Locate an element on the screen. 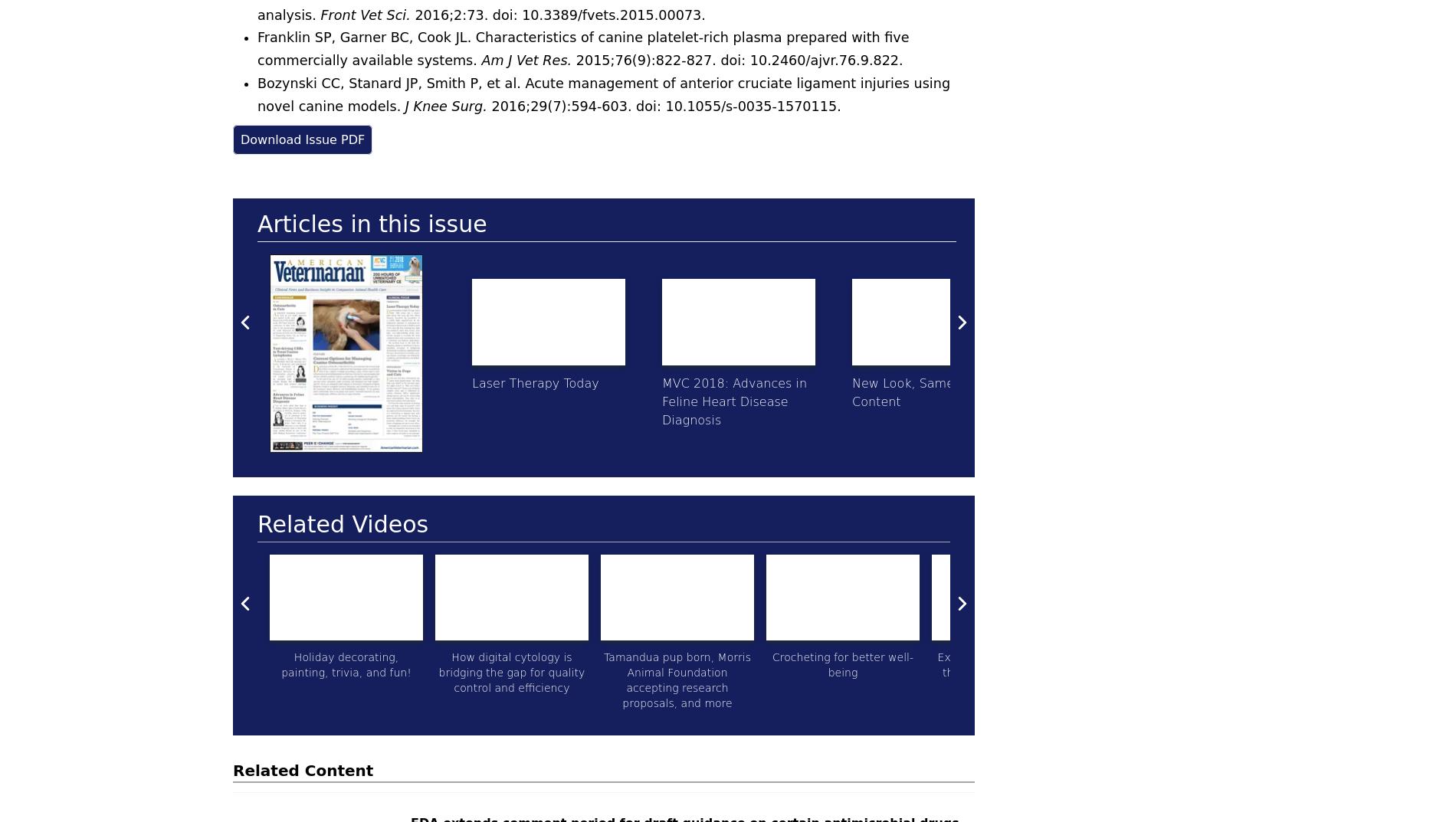  'An overview of what is needed for dental nerve blocks' is located at coordinates (1338, 672).